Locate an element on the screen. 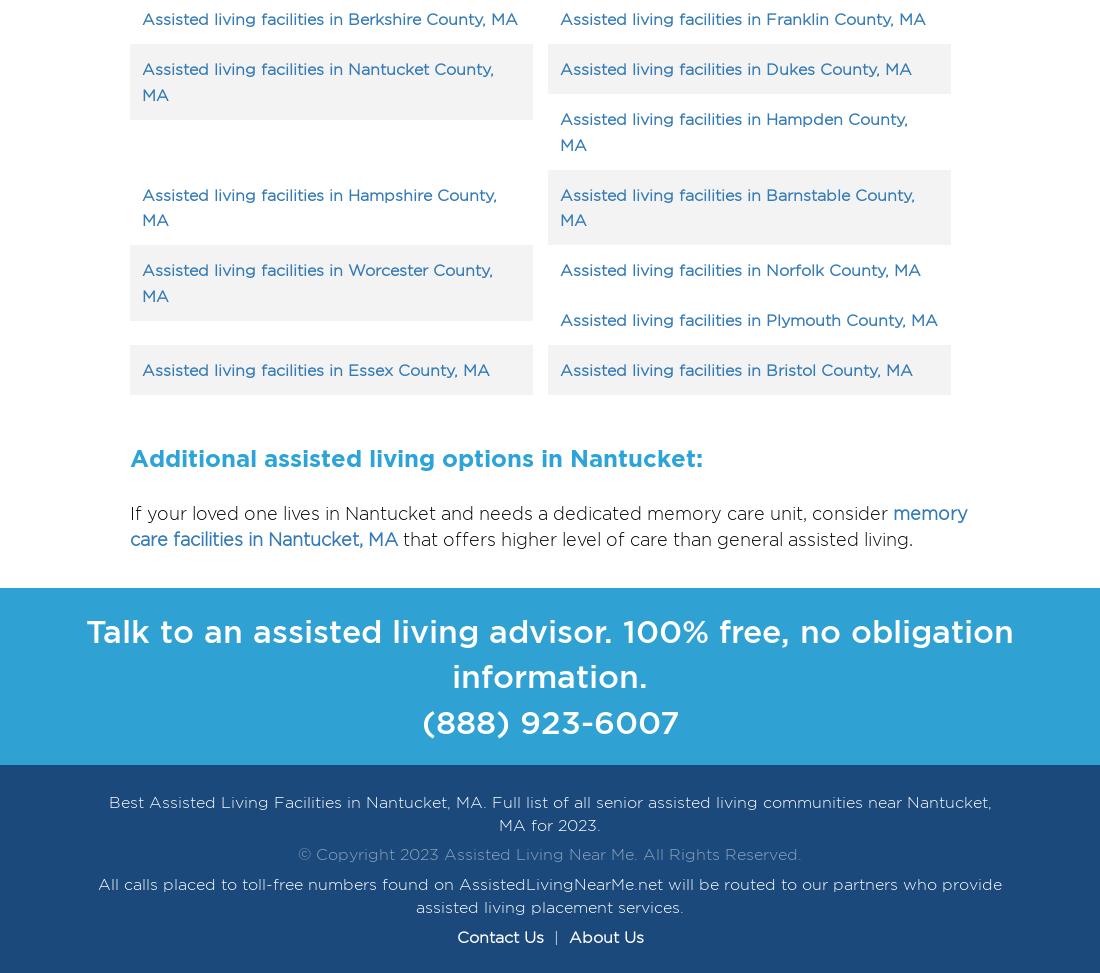  'Additional assisted living options in Nantucket:' is located at coordinates (415, 457).